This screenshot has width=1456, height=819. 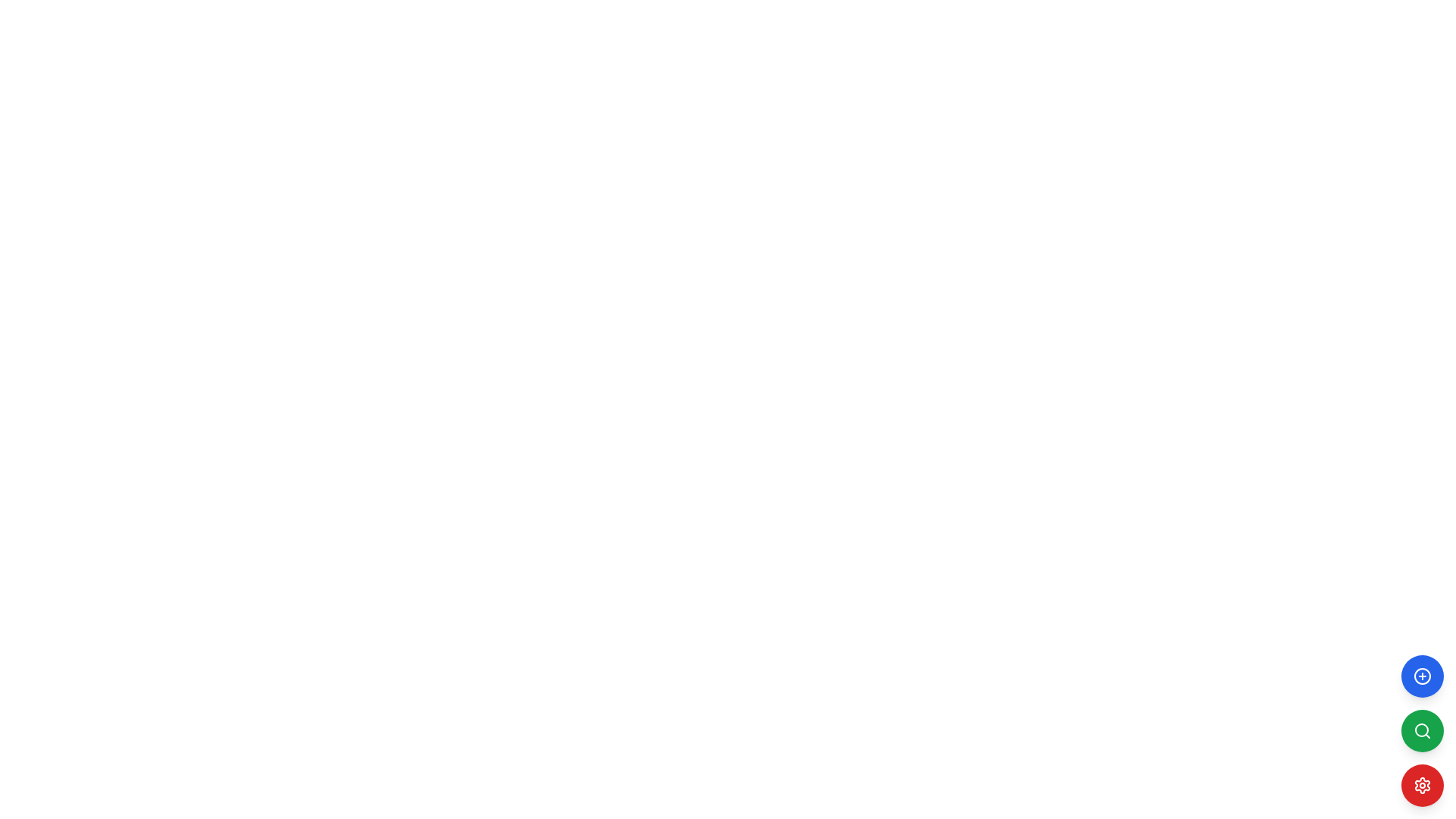 I want to click on the middle circular button with a green background and magnifying glass icon, so click(x=1422, y=730).